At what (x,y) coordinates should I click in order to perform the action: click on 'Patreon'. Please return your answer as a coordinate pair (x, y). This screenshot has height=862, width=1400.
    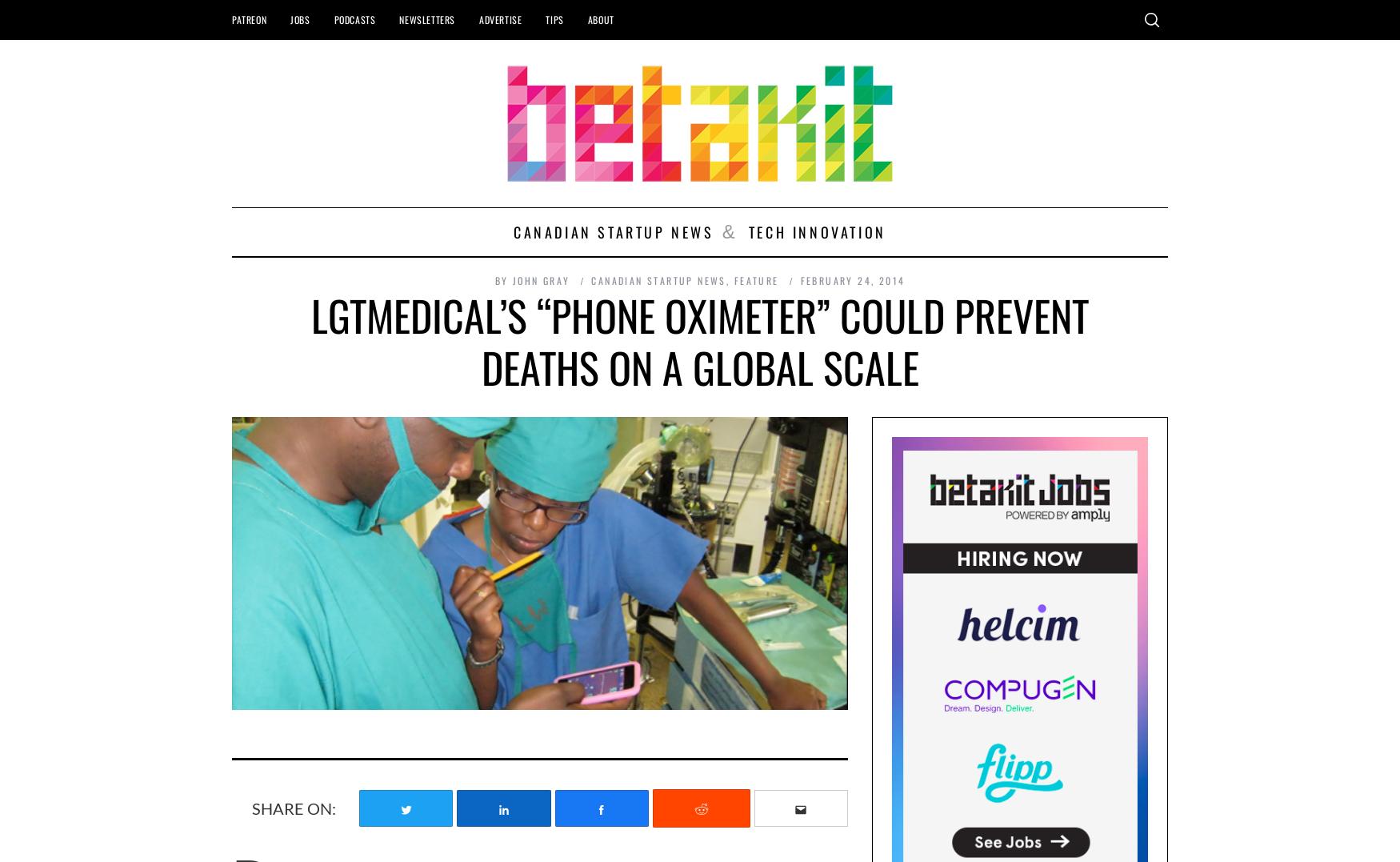
    Looking at the image, I should click on (248, 18).